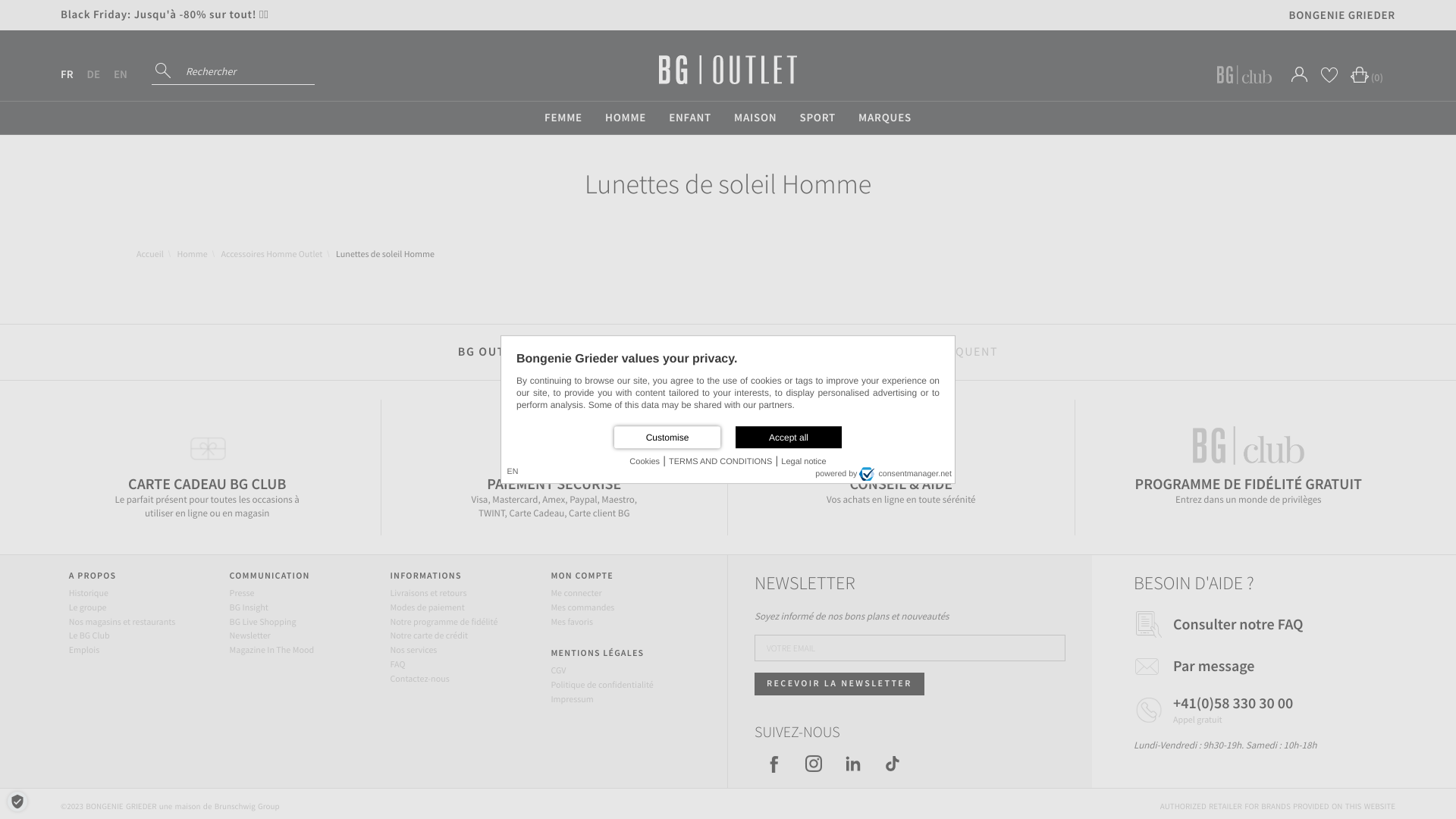  What do you see at coordinates (87, 592) in the screenshot?
I see `'Historique'` at bounding box center [87, 592].